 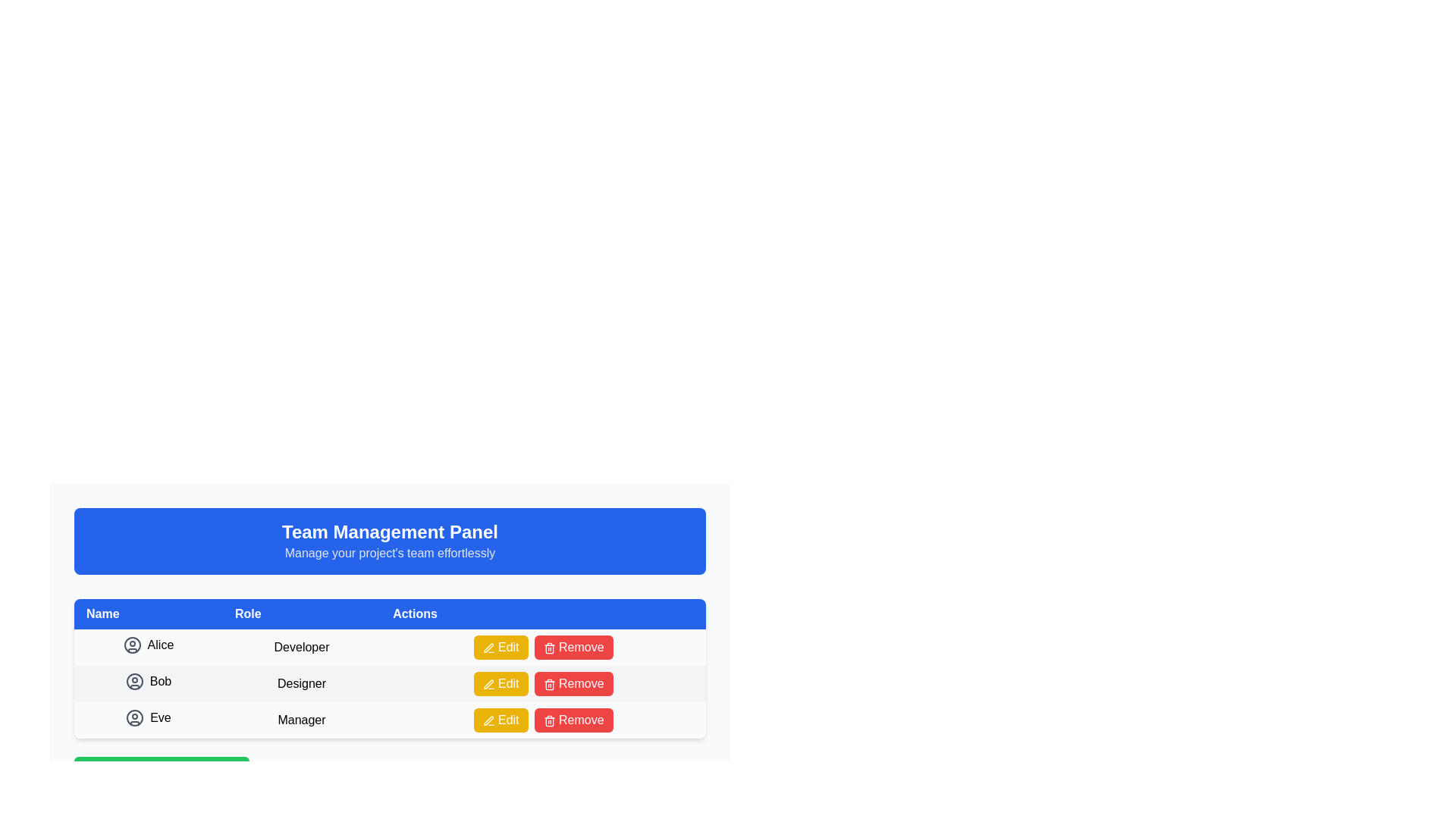 What do you see at coordinates (500, 684) in the screenshot?
I see `the 'Edit' button located in the second row of the 'Actions' column within the table` at bounding box center [500, 684].